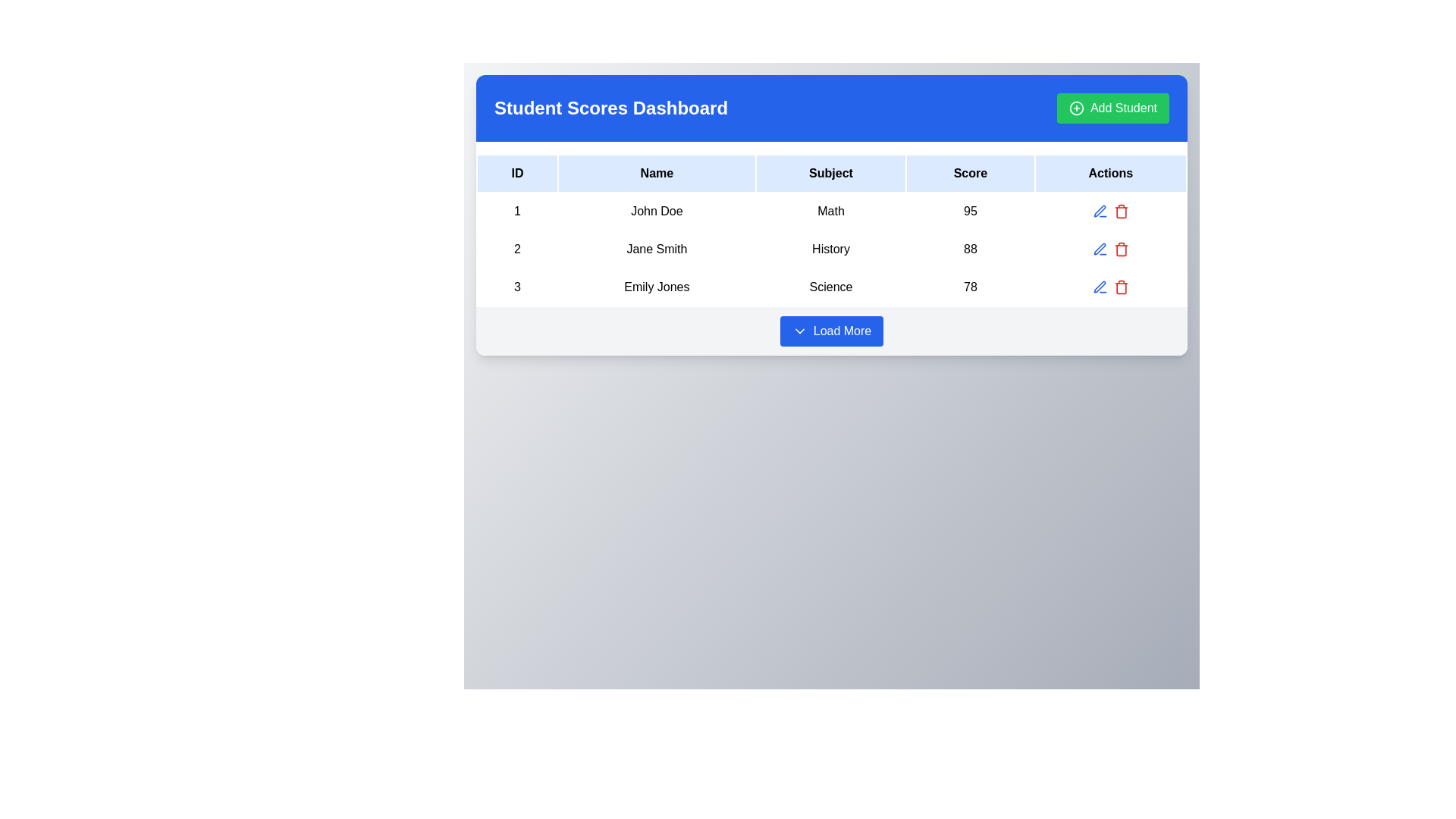 The height and width of the screenshot is (819, 1456). Describe the element at coordinates (831, 248) in the screenshot. I see `the second row of the table displaying details for the student 'Jane Smith'` at that location.